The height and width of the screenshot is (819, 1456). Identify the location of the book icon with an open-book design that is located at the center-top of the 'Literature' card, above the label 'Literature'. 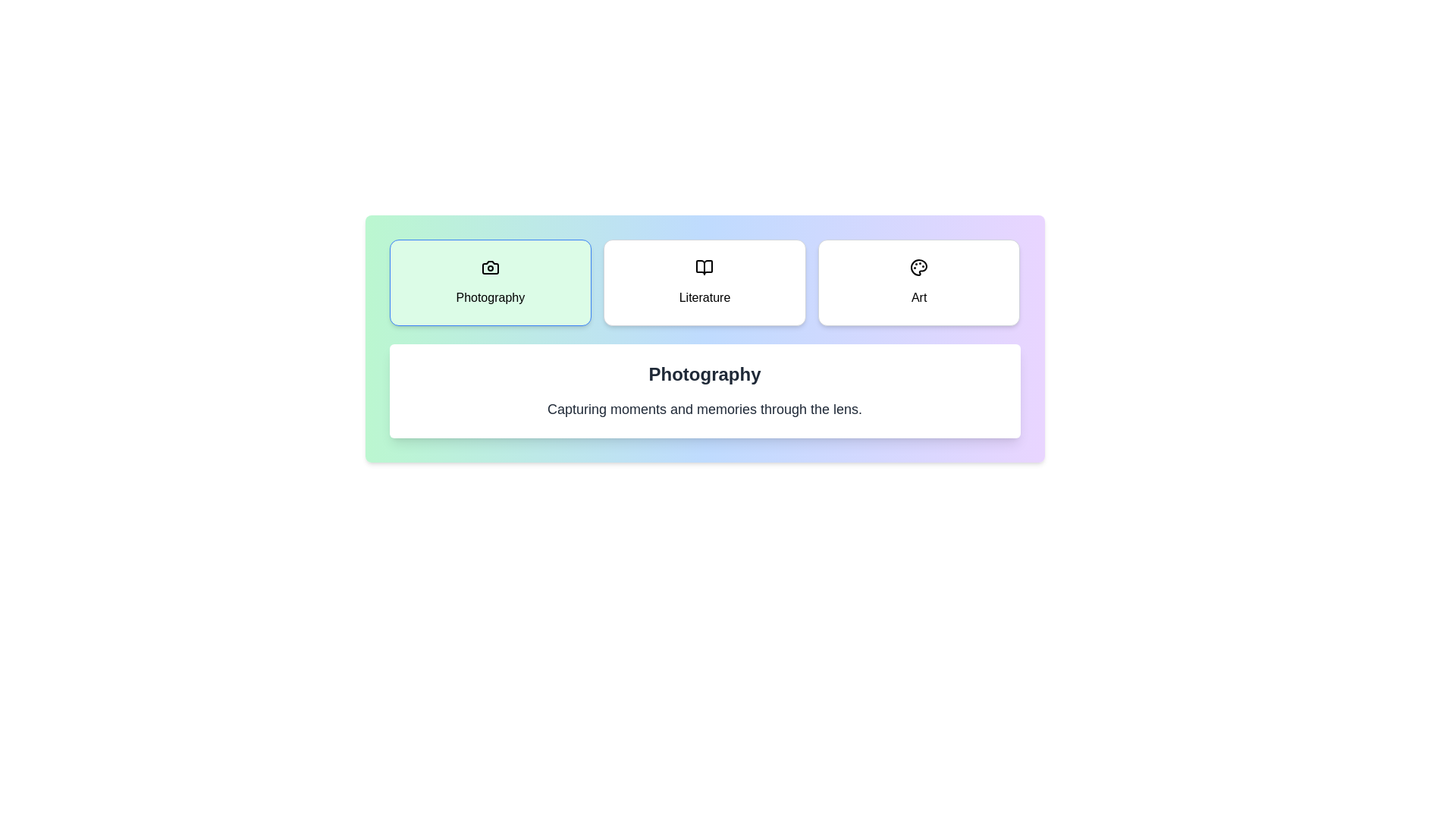
(704, 267).